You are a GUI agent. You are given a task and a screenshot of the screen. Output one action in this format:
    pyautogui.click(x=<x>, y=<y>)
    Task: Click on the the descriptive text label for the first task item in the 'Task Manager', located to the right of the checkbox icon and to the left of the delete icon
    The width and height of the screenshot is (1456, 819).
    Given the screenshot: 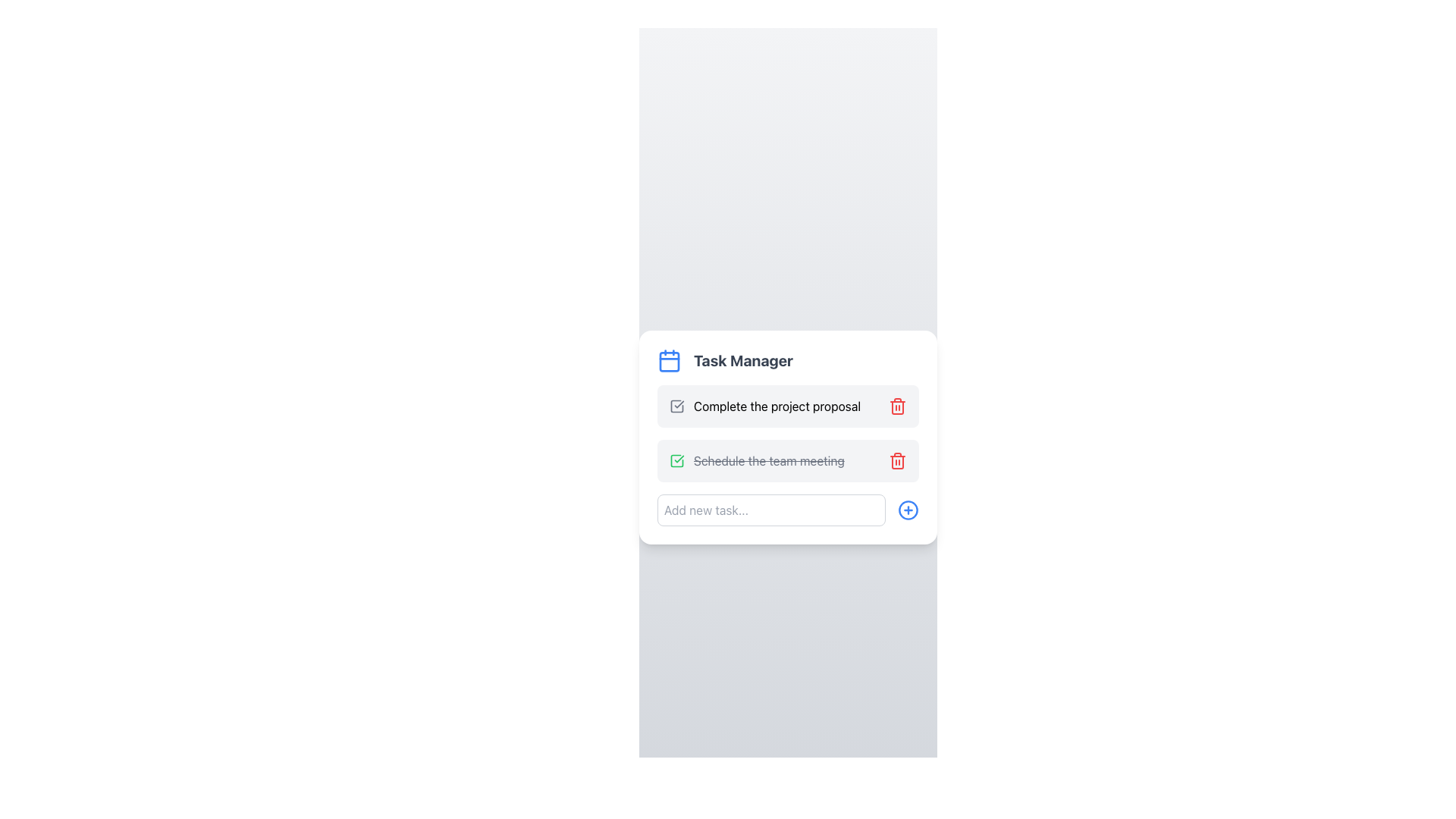 What is the action you would take?
    pyautogui.click(x=777, y=406)
    